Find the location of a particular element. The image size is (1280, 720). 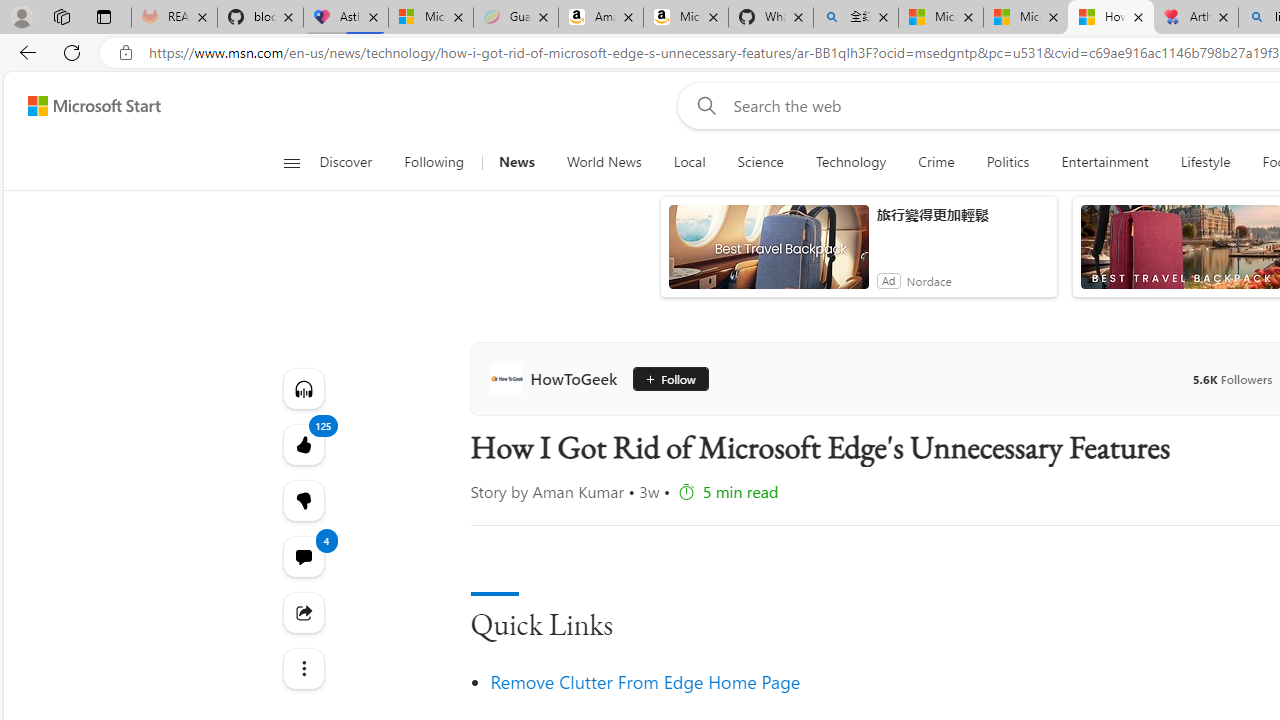

'Entertainment' is located at coordinates (1104, 162).